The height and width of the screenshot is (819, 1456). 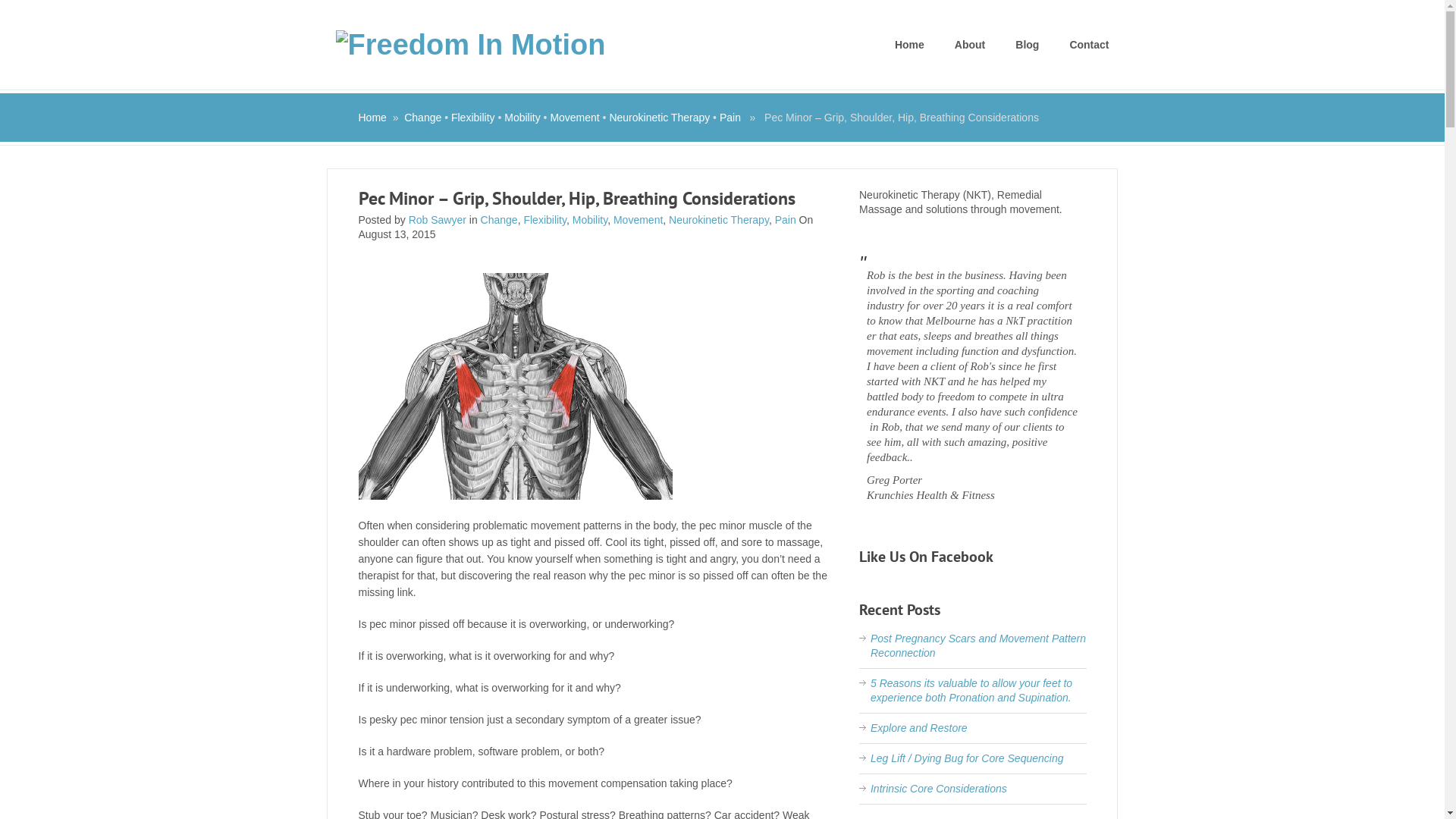 I want to click on 'Neurokinetic Therapy', so click(x=717, y=219).